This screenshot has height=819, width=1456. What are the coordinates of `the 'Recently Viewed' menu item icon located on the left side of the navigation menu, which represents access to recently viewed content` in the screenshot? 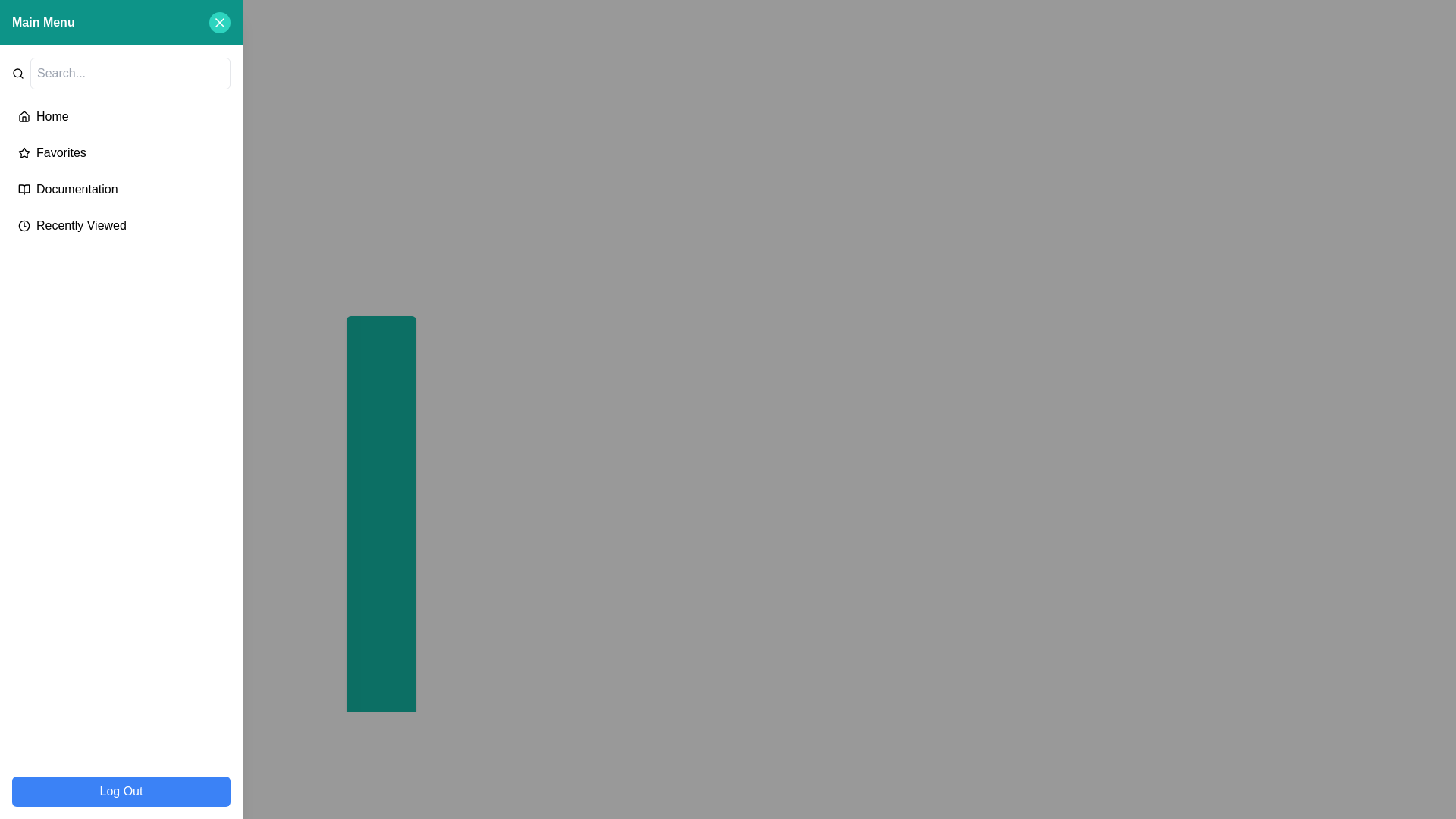 It's located at (24, 225).